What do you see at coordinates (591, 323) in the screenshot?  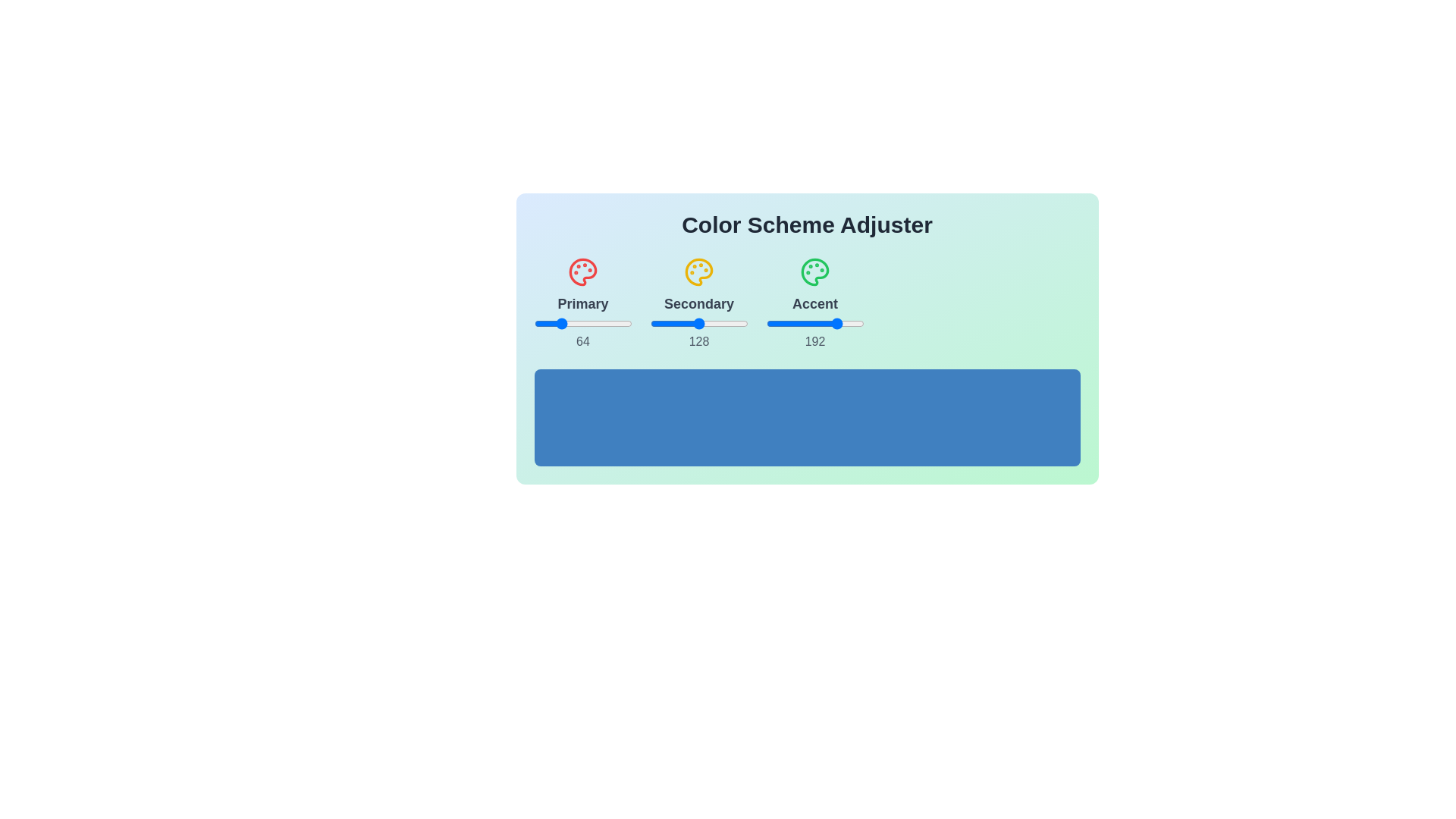 I see `the 0 slider to 25` at bounding box center [591, 323].